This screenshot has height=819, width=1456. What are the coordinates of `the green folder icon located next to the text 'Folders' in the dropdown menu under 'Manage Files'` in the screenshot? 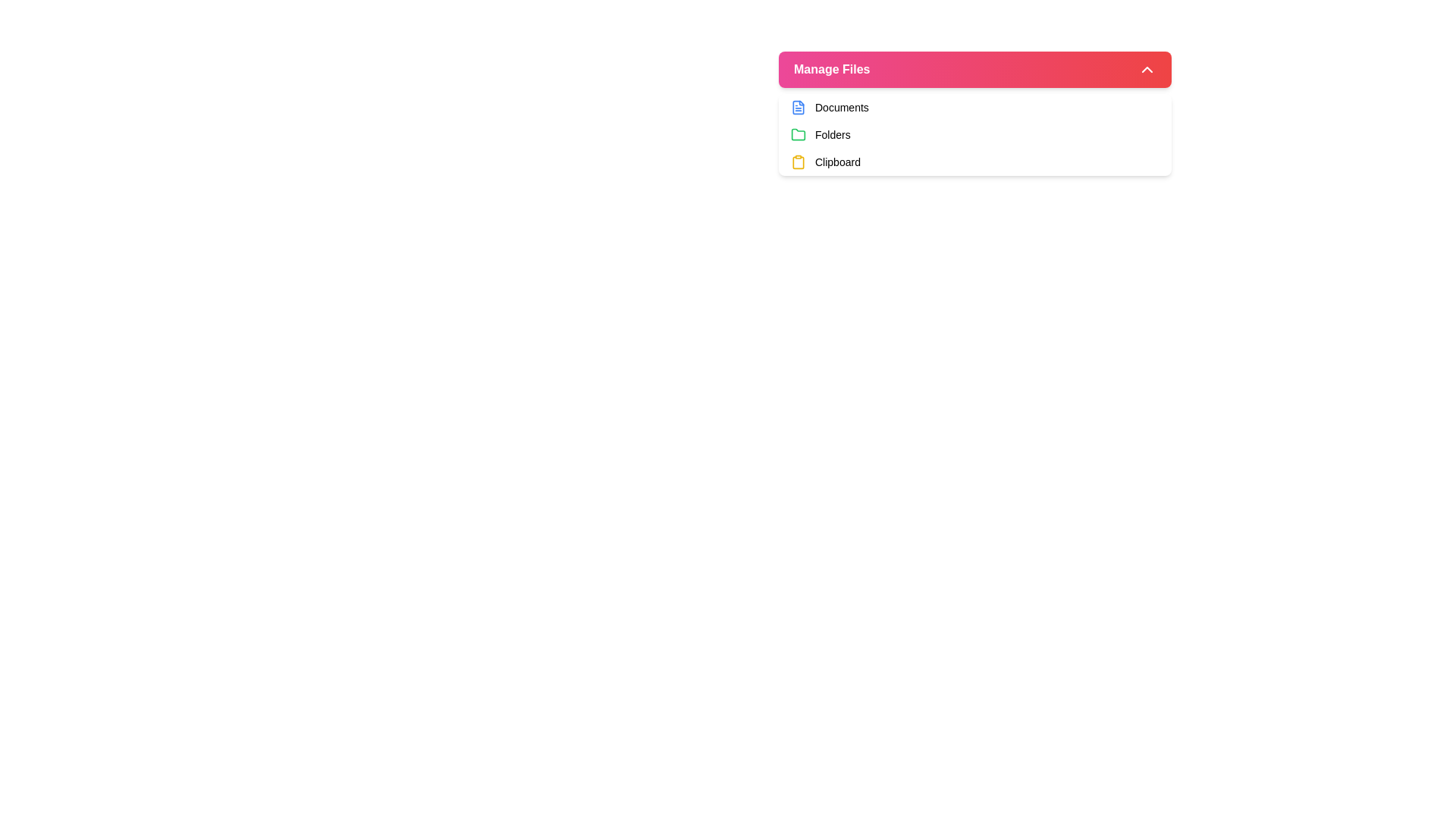 It's located at (797, 133).